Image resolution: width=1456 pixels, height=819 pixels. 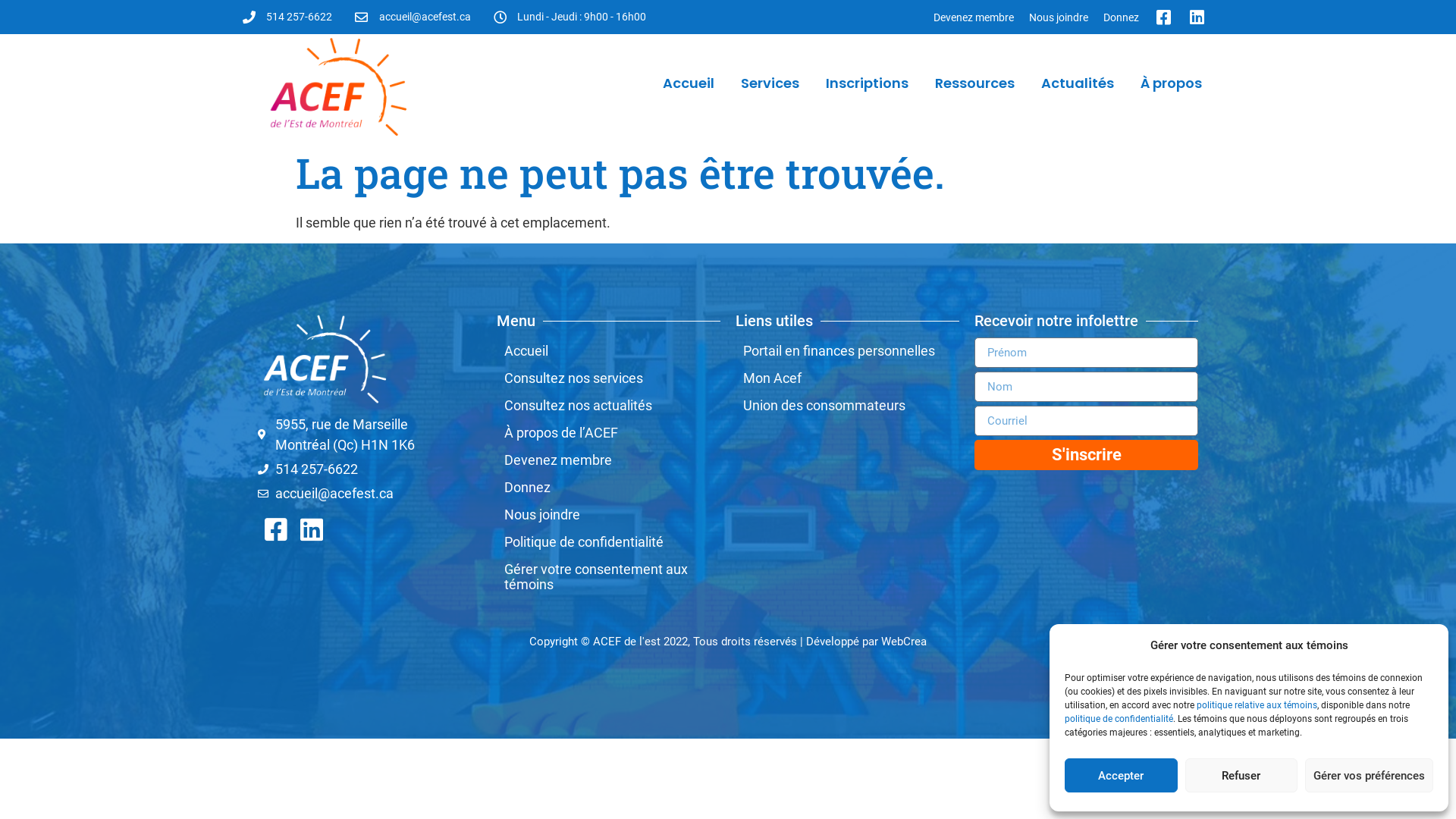 I want to click on 'Devenez membre', so click(x=973, y=17).